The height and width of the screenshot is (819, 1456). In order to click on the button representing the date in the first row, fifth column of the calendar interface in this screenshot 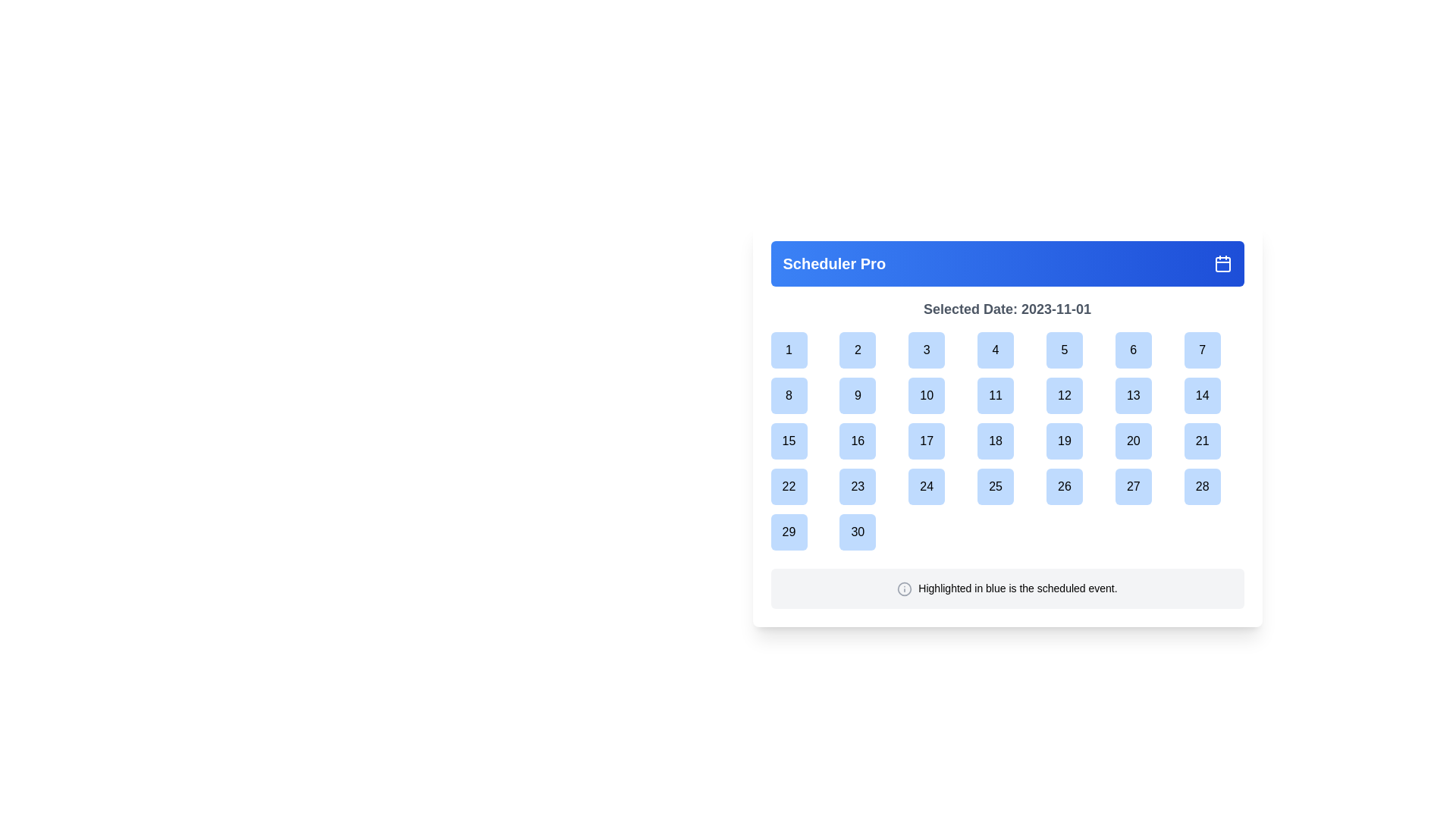, I will do `click(1063, 350)`.